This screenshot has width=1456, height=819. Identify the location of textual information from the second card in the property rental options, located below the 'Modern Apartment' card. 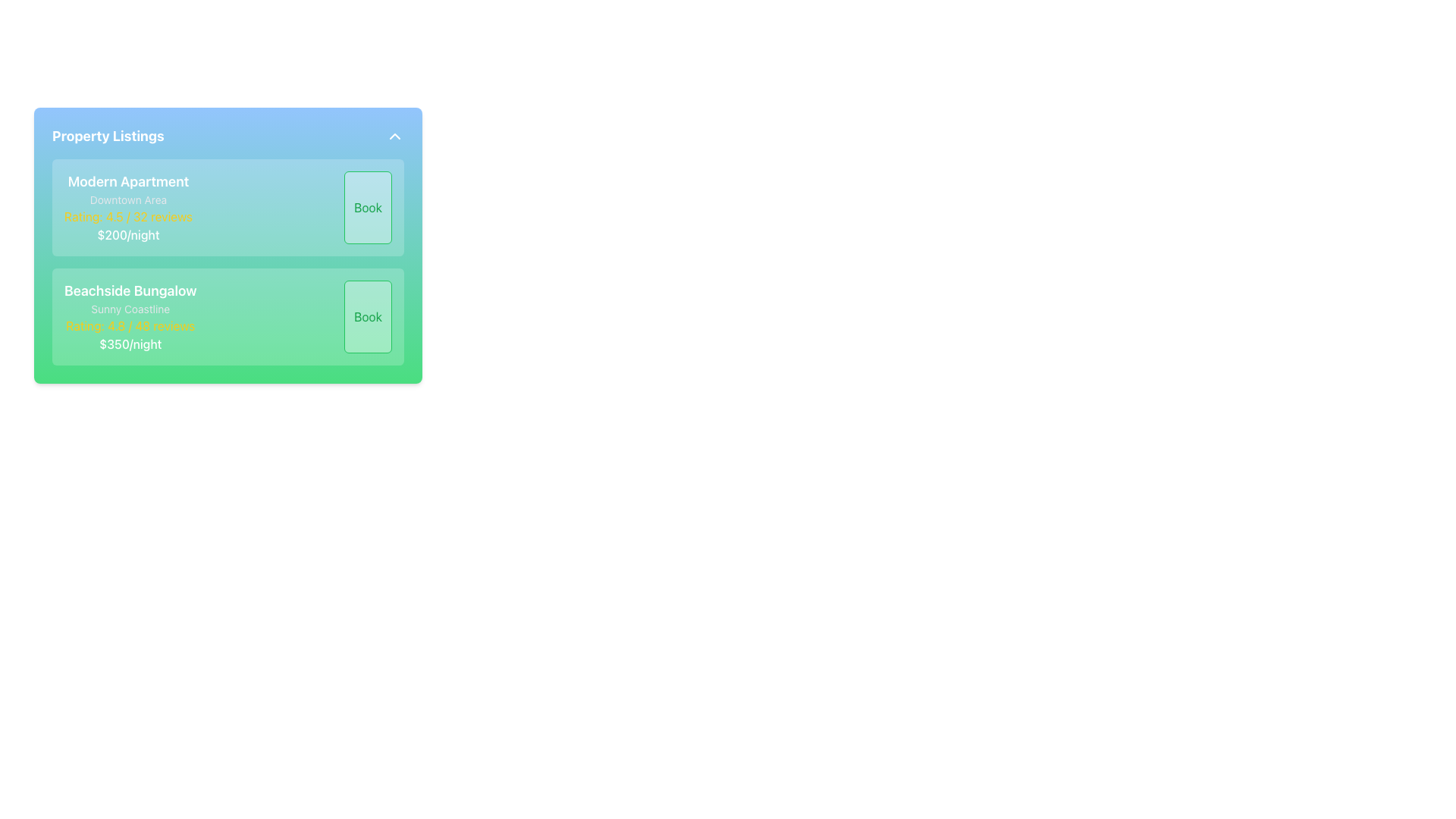
(227, 315).